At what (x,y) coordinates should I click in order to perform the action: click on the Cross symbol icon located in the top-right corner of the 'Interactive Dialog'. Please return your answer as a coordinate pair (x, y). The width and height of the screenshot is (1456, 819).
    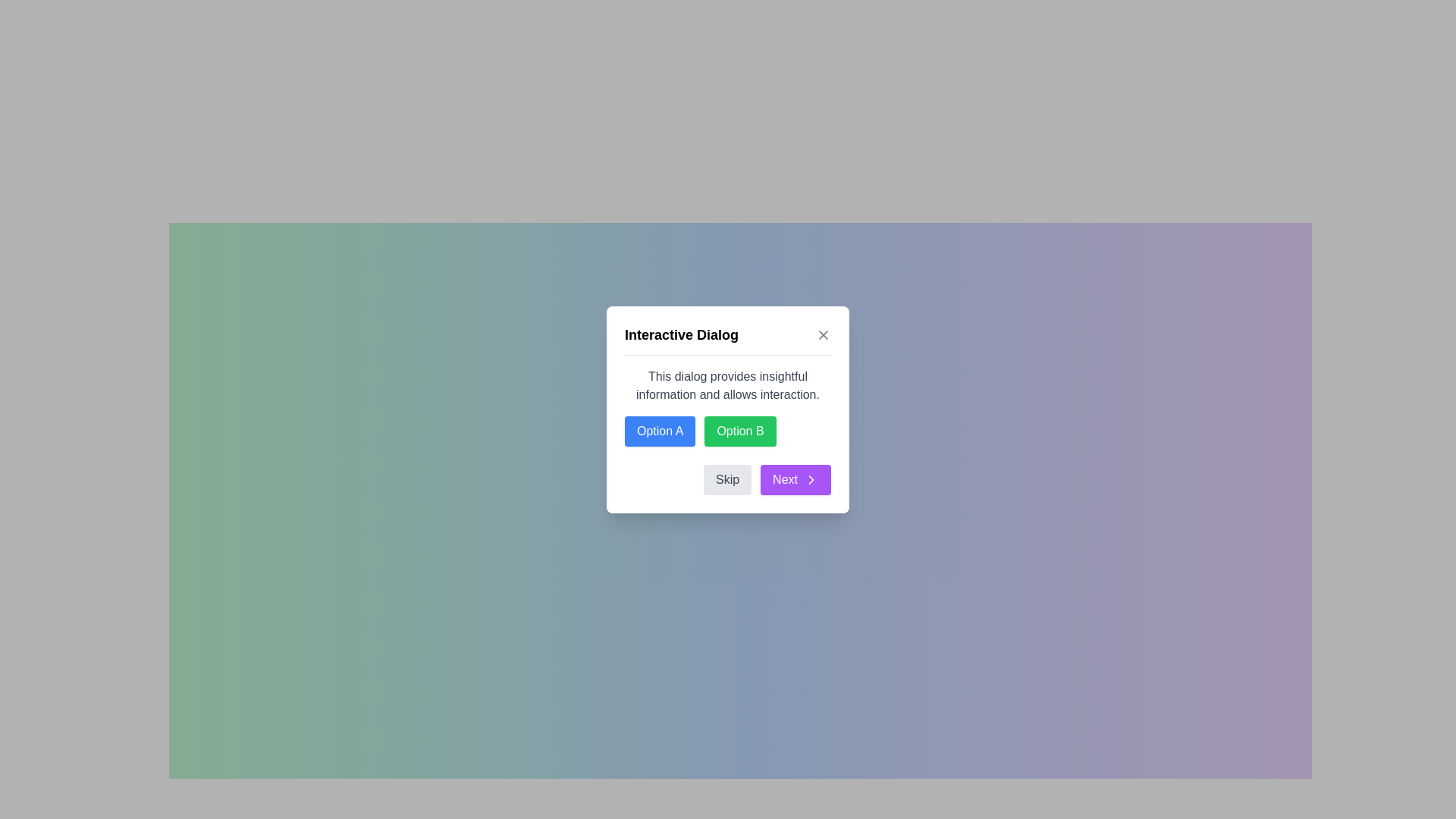
    Looking at the image, I should click on (822, 334).